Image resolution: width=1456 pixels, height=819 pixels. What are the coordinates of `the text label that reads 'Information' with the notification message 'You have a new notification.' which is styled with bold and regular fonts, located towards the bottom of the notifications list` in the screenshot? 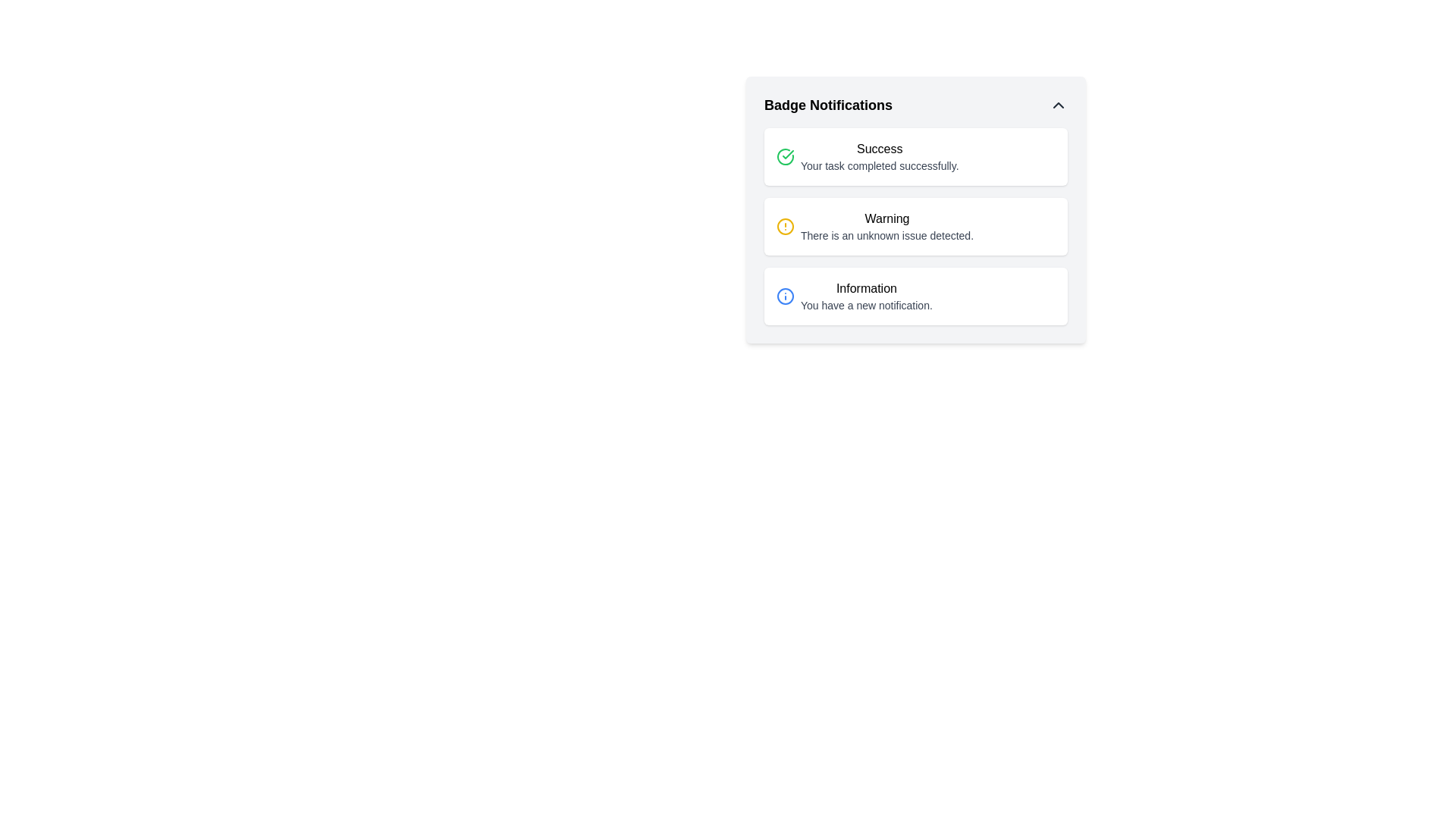 It's located at (866, 296).